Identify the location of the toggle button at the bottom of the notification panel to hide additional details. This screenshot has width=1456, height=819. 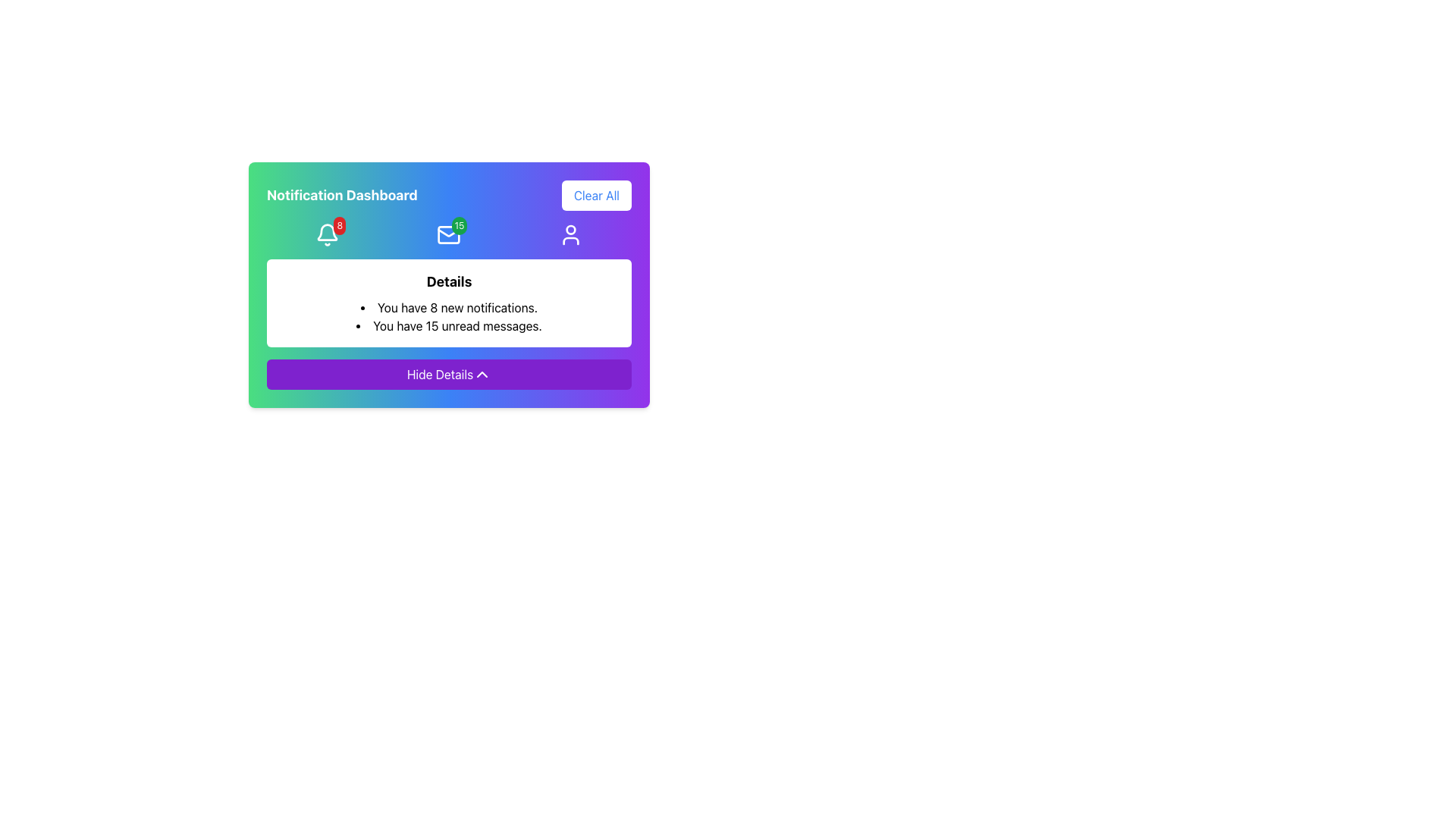
(448, 374).